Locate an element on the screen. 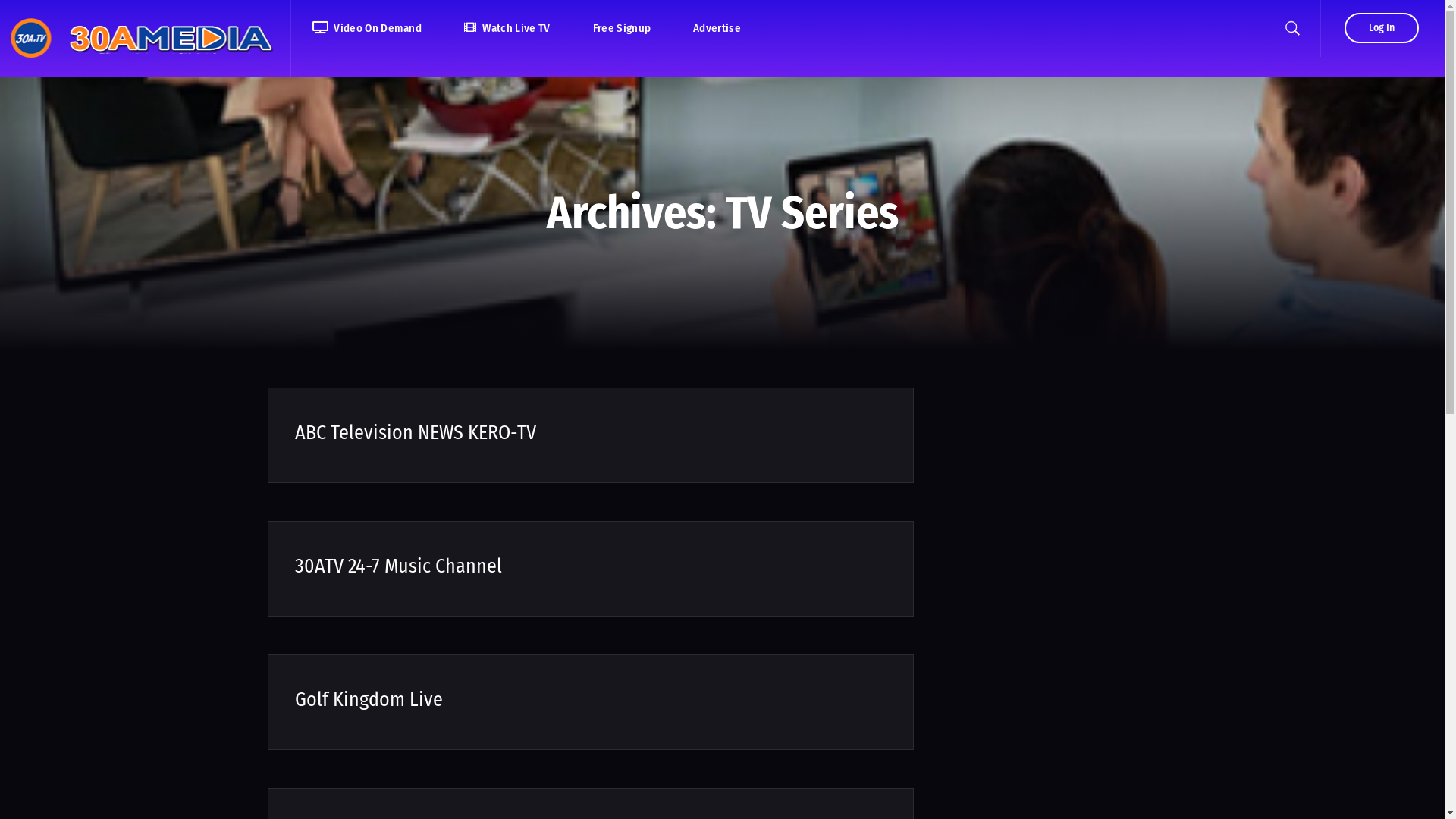 Image resolution: width=1456 pixels, height=819 pixels. 'Advertise' is located at coordinates (716, 28).